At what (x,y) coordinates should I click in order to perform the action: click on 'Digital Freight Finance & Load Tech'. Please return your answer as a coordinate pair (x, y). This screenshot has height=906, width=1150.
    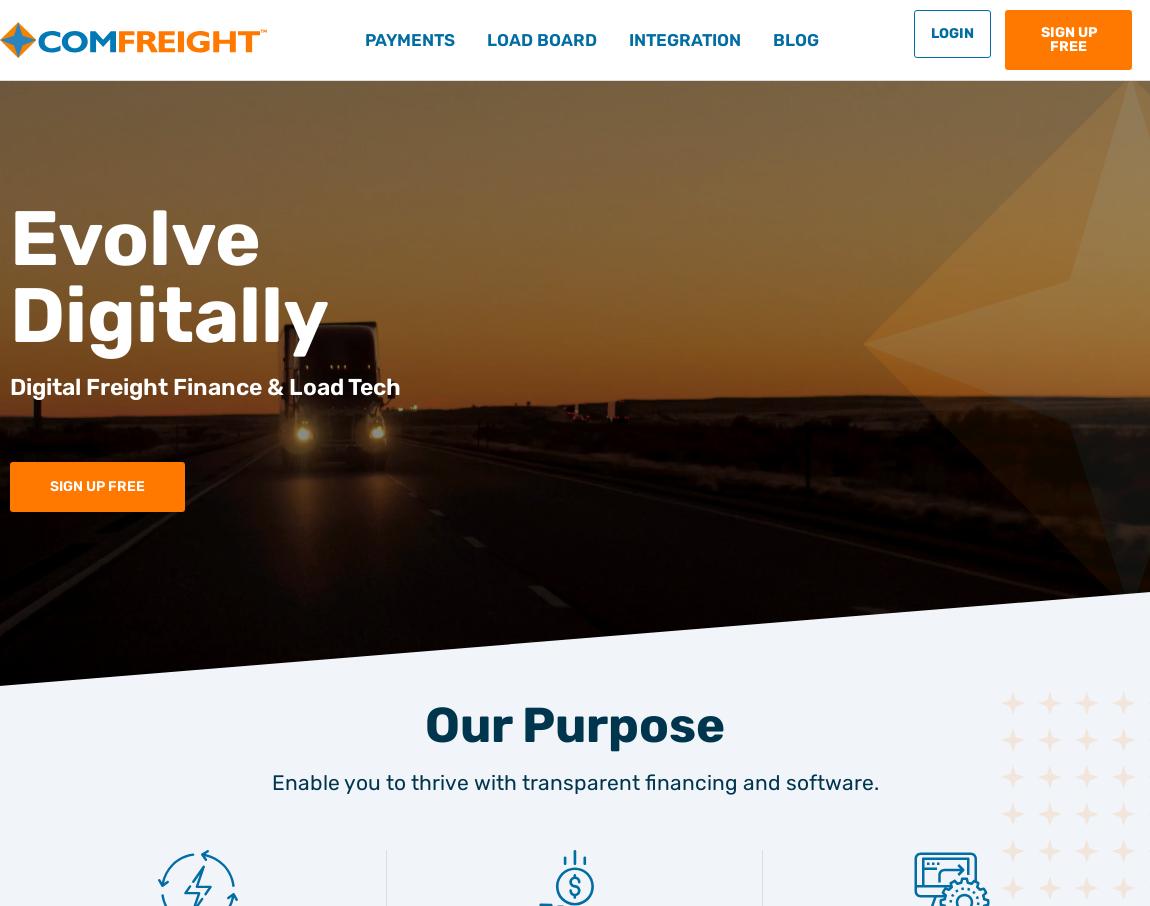
    Looking at the image, I should click on (9, 386).